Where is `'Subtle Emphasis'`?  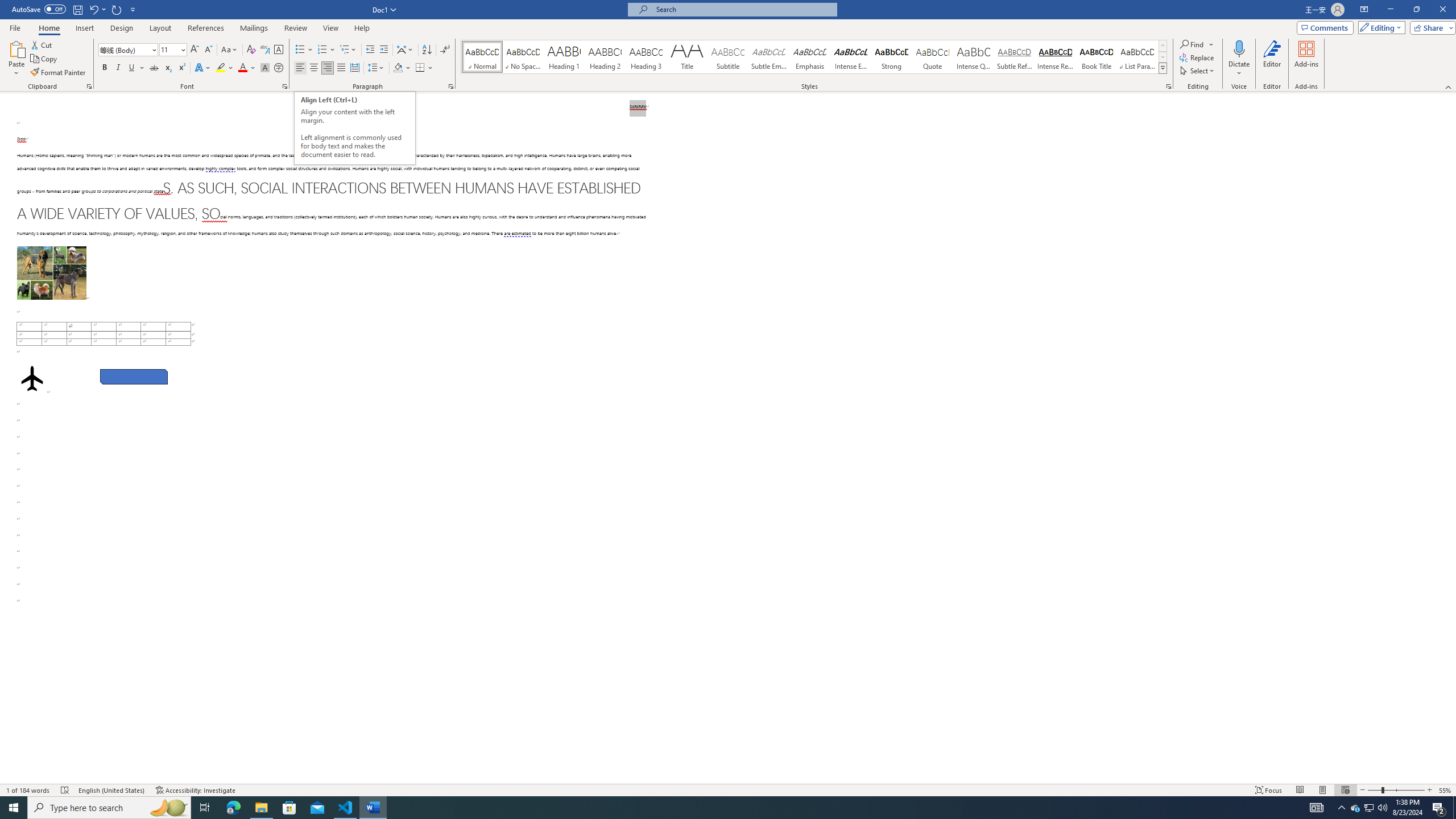 'Subtle Emphasis' is located at coordinates (768, 56).